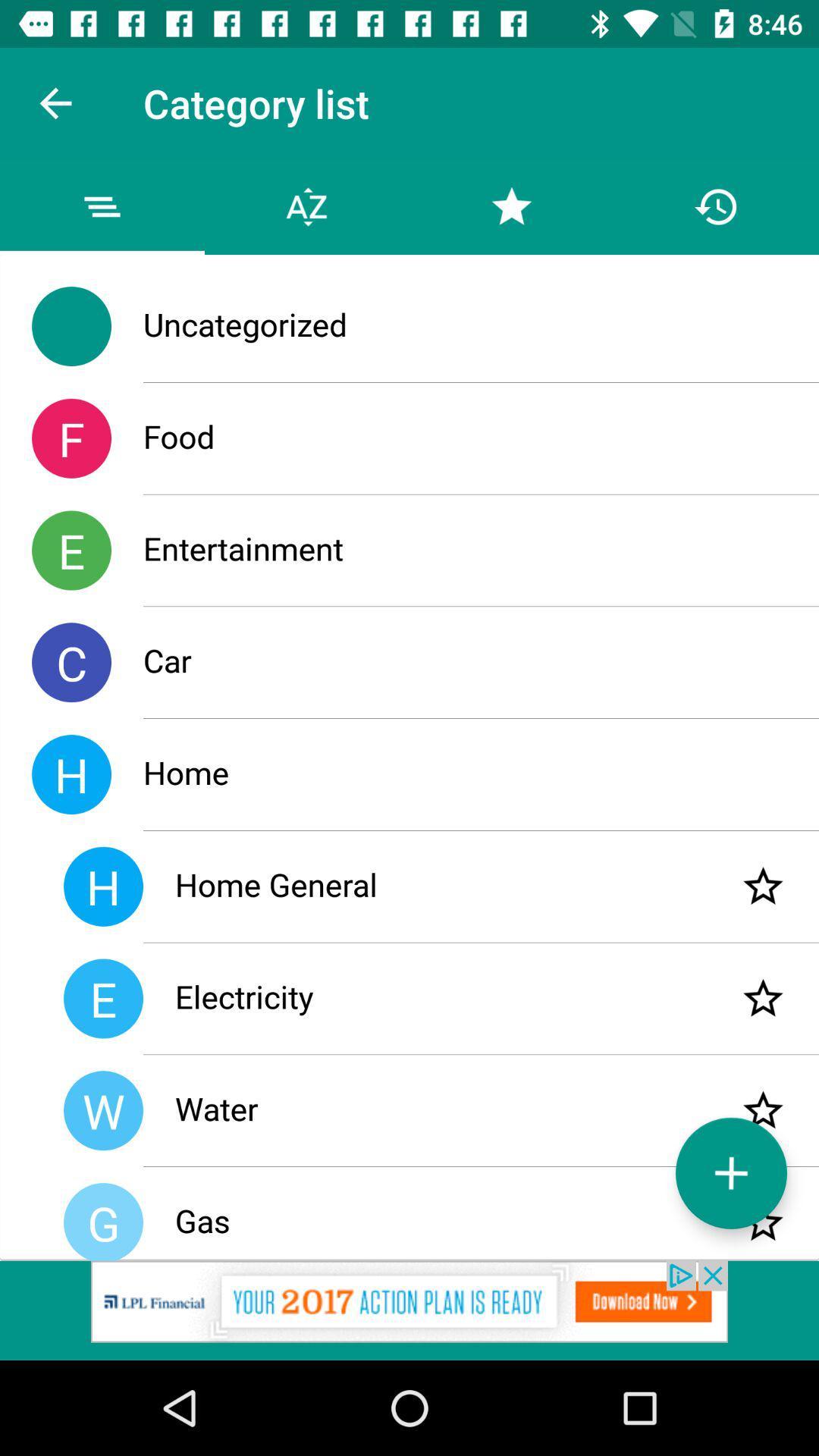 This screenshot has height=1456, width=819. Describe the element at coordinates (730, 1172) in the screenshot. I see `new` at that location.